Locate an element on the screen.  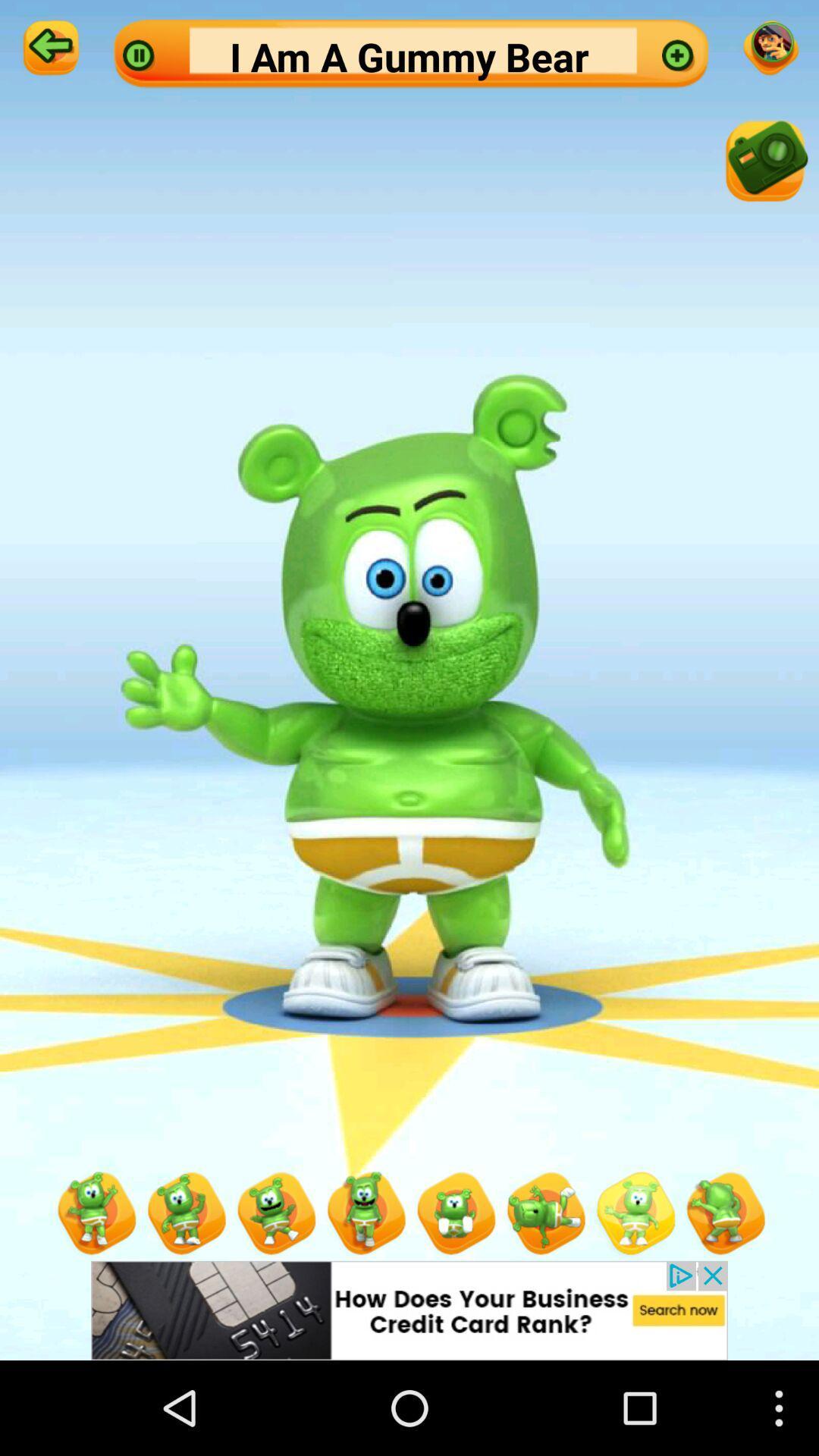
the arrow_backward icon is located at coordinates (49, 53).